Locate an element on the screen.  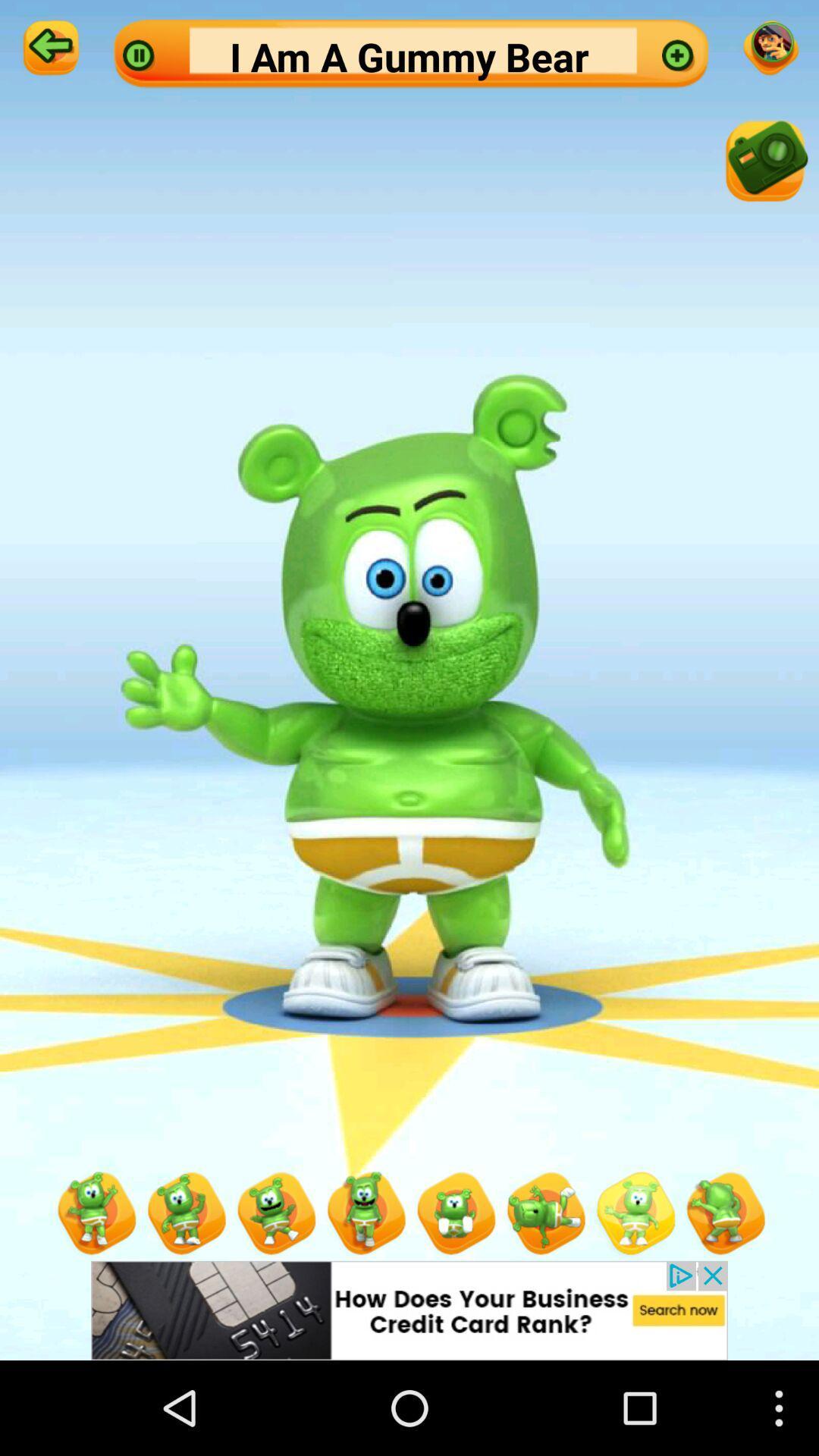
the arrow_backward icon is located at coordinates (49, 53).